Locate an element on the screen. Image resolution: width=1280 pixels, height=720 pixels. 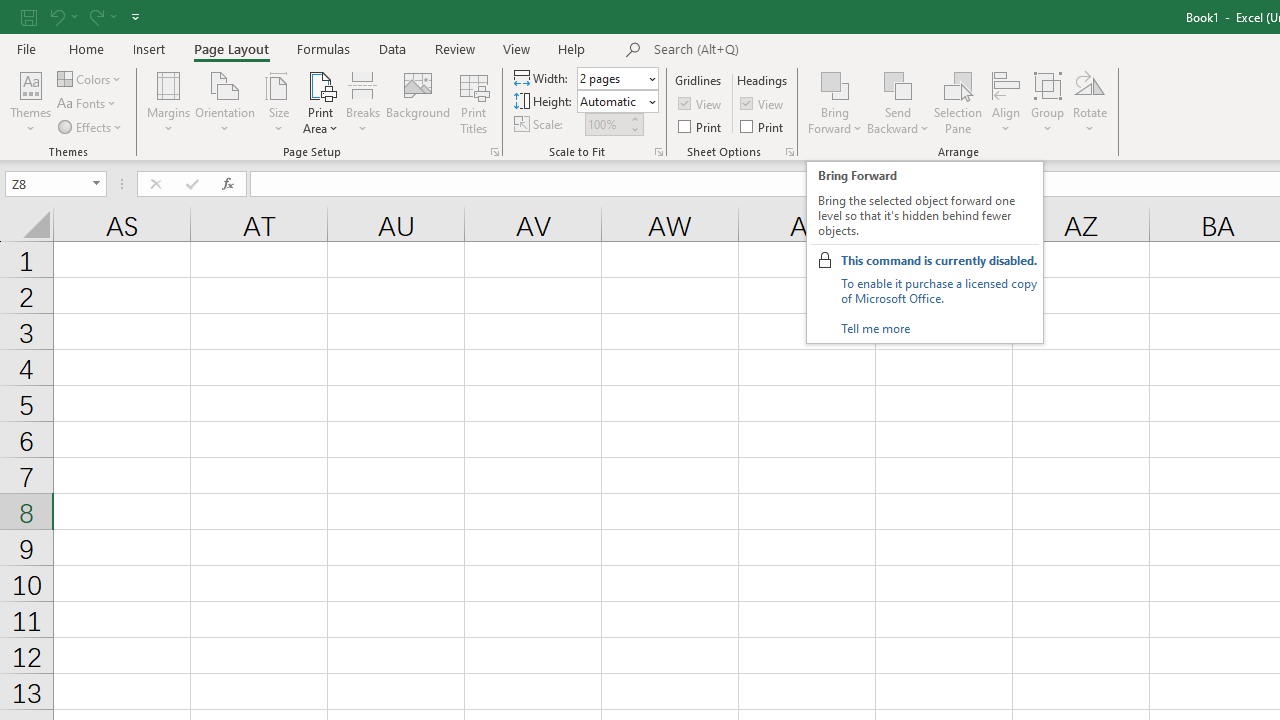
'More' is located at coordinates (633, 118).